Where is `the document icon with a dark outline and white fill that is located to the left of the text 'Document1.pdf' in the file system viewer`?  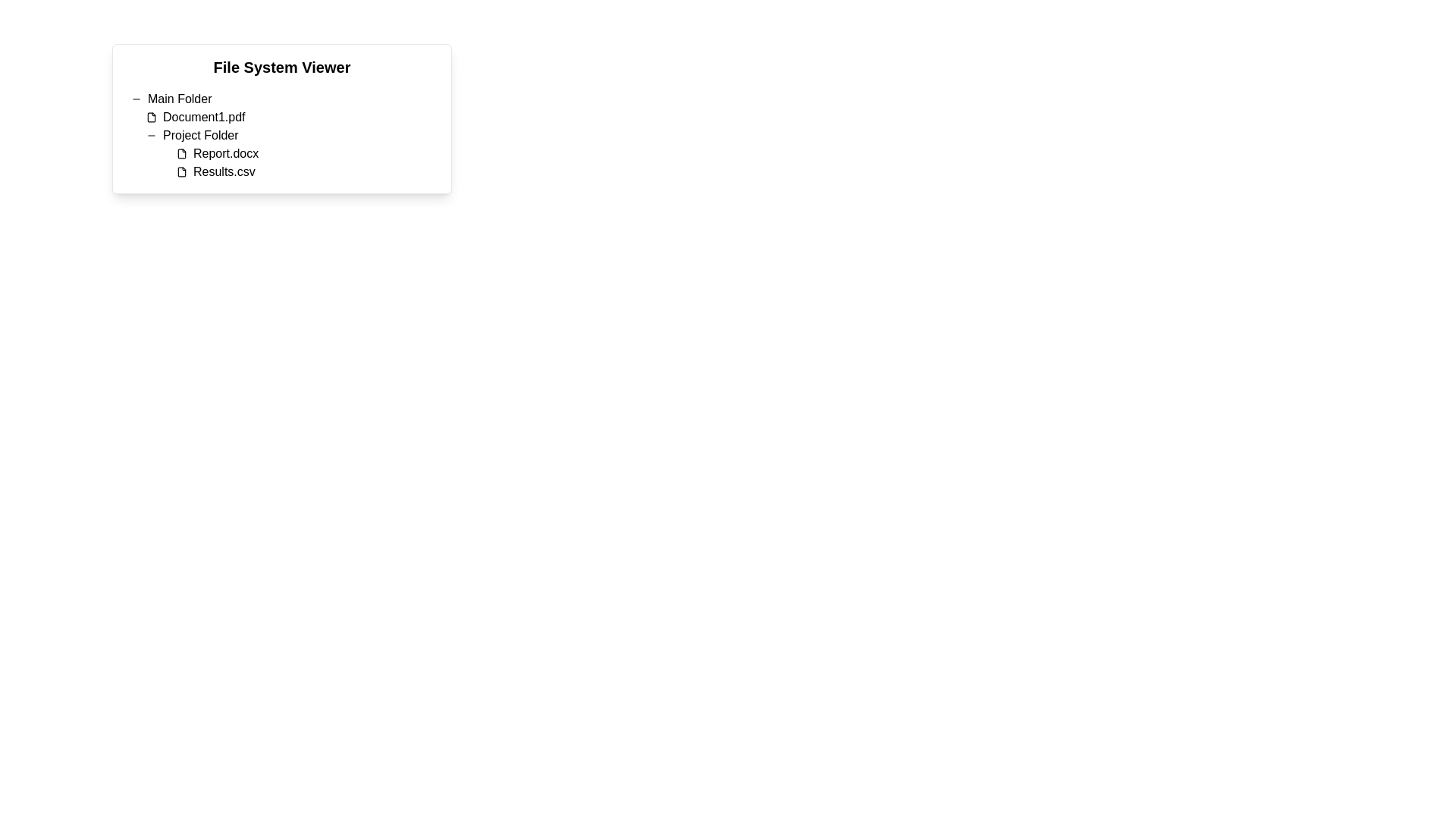
the document icon with a dark outline and white fill that is located to the left of the text 'Document1.pdf' in the file system viewer is located at coordinates (152, 116).